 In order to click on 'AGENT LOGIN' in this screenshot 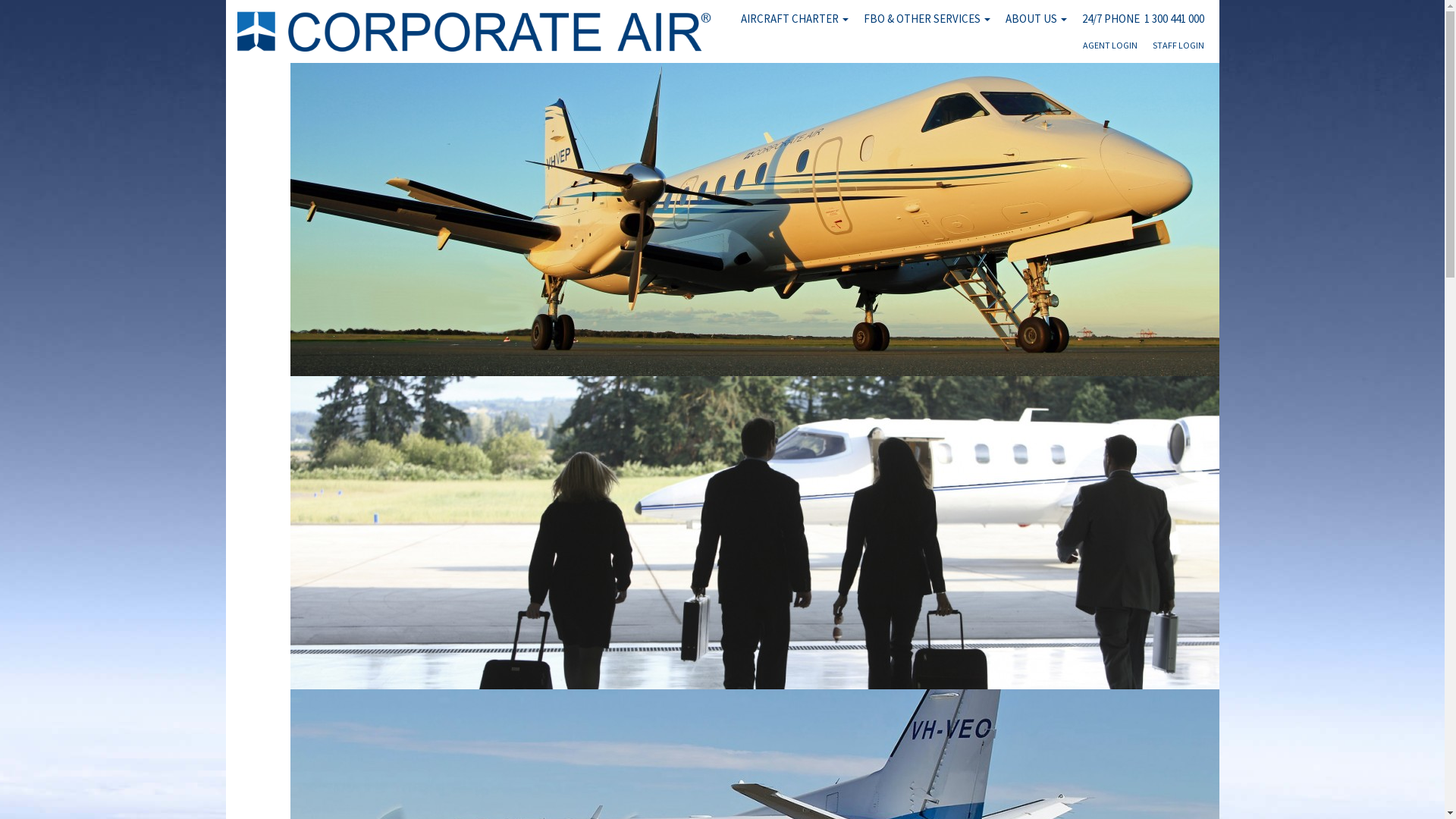, I will do `click(1110, 49)`.